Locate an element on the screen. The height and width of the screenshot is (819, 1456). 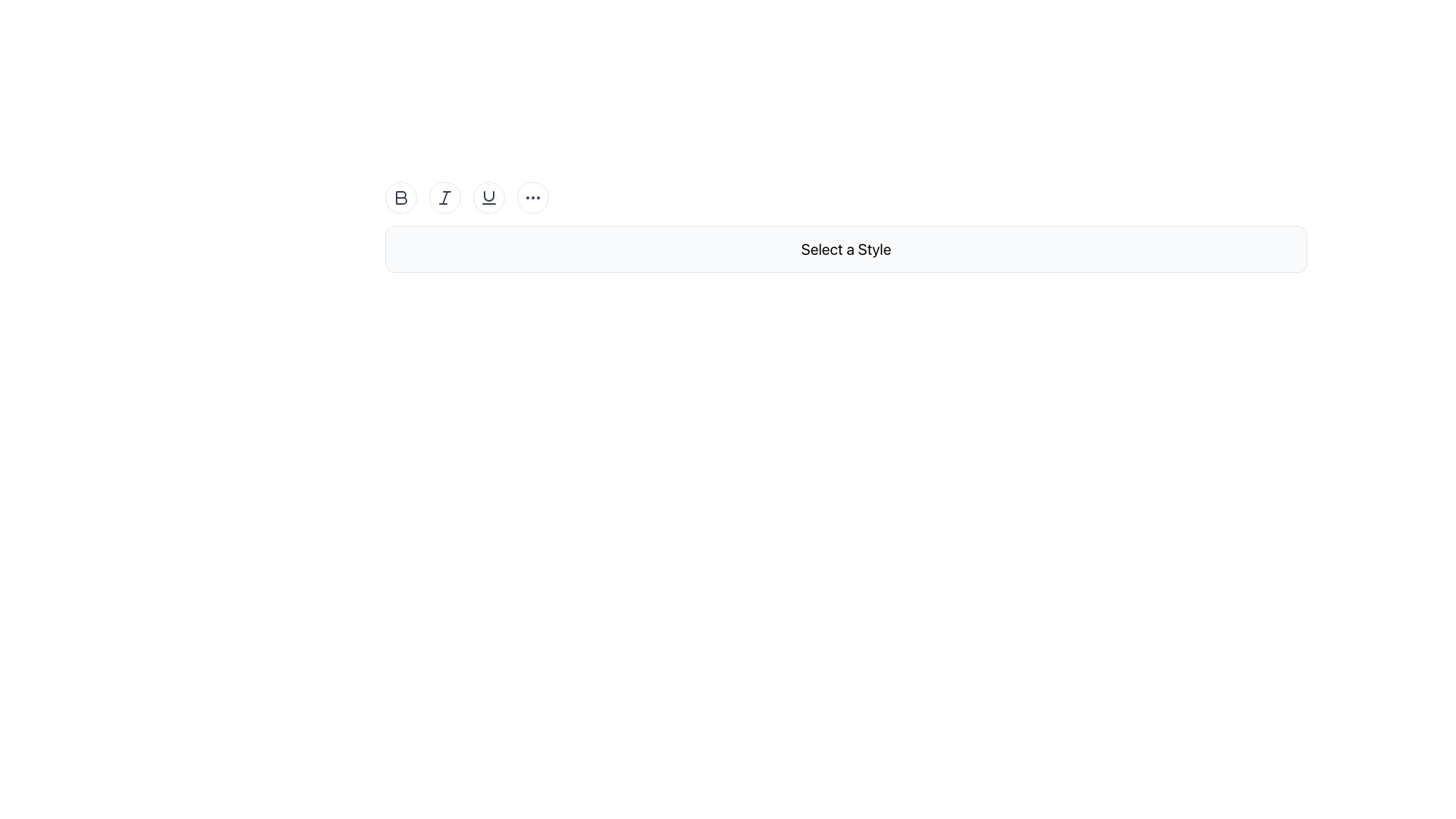
the bold text formatting icon in the toolbar is located at coordinates (401, 197).